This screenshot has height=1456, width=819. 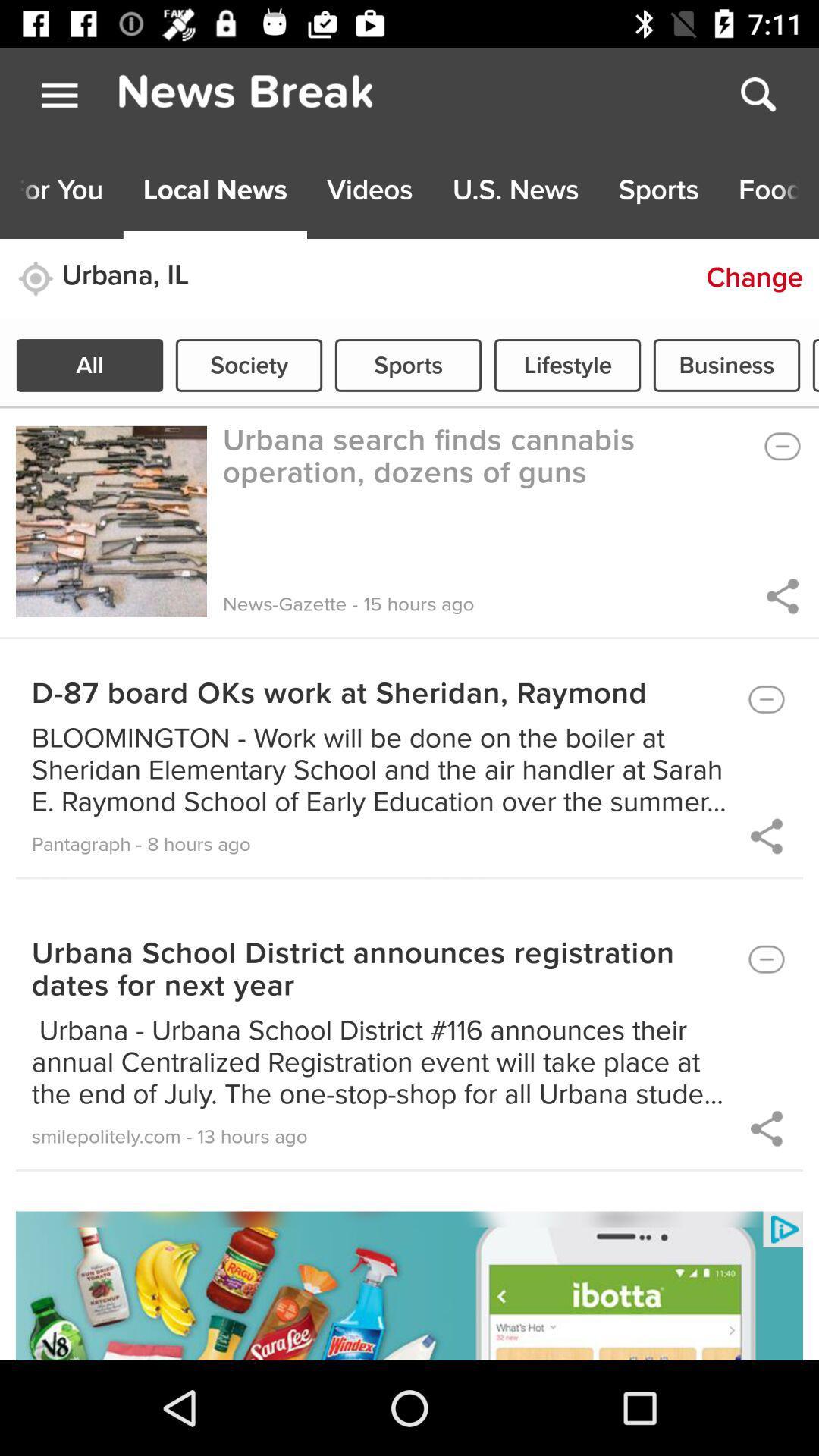 What do you see at coordinates (657, 190) in the screenshot?
I see `the button beside food` at bounding box center [657, 190].